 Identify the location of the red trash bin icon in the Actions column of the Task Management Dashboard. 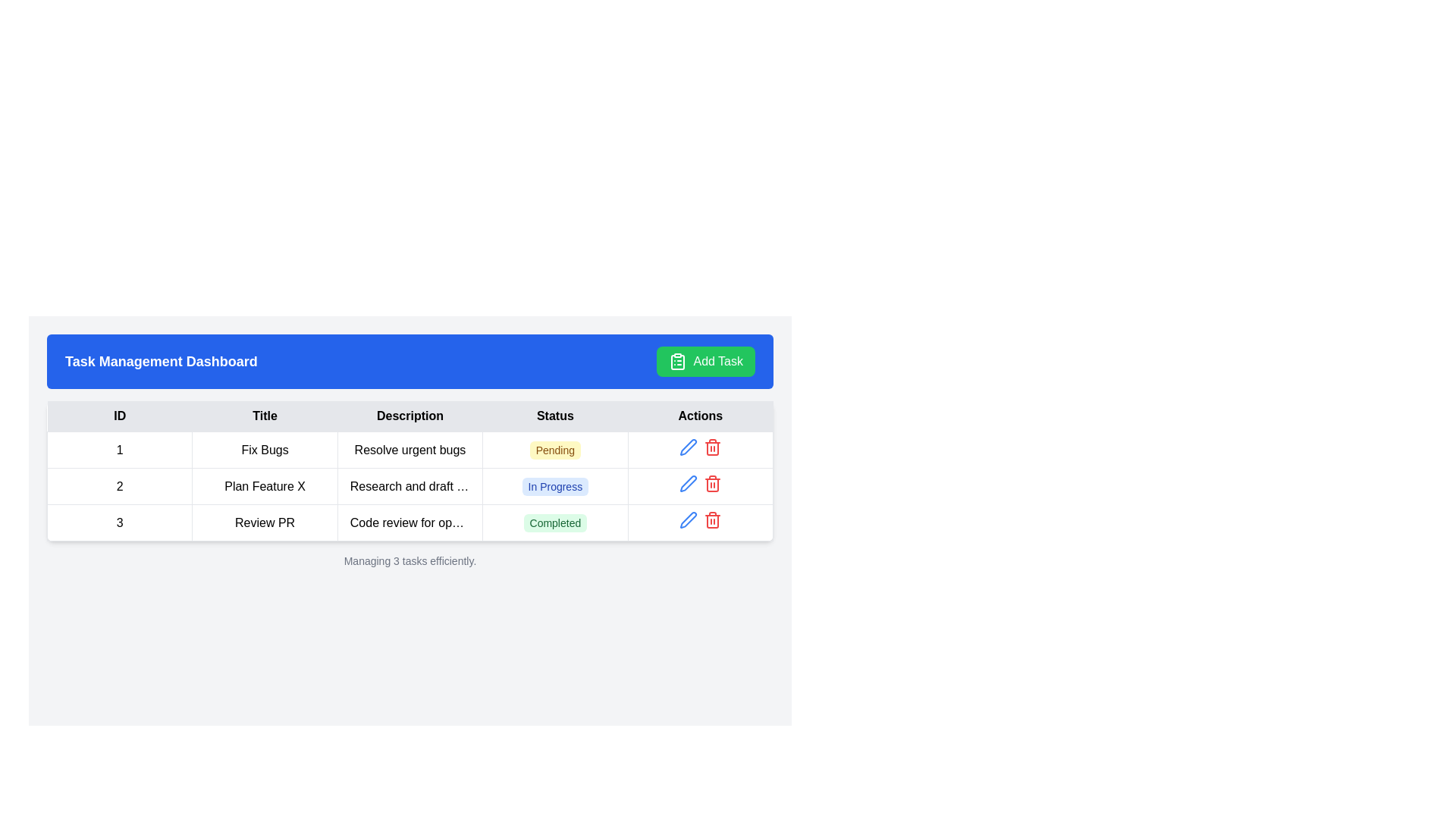
(699, 522).